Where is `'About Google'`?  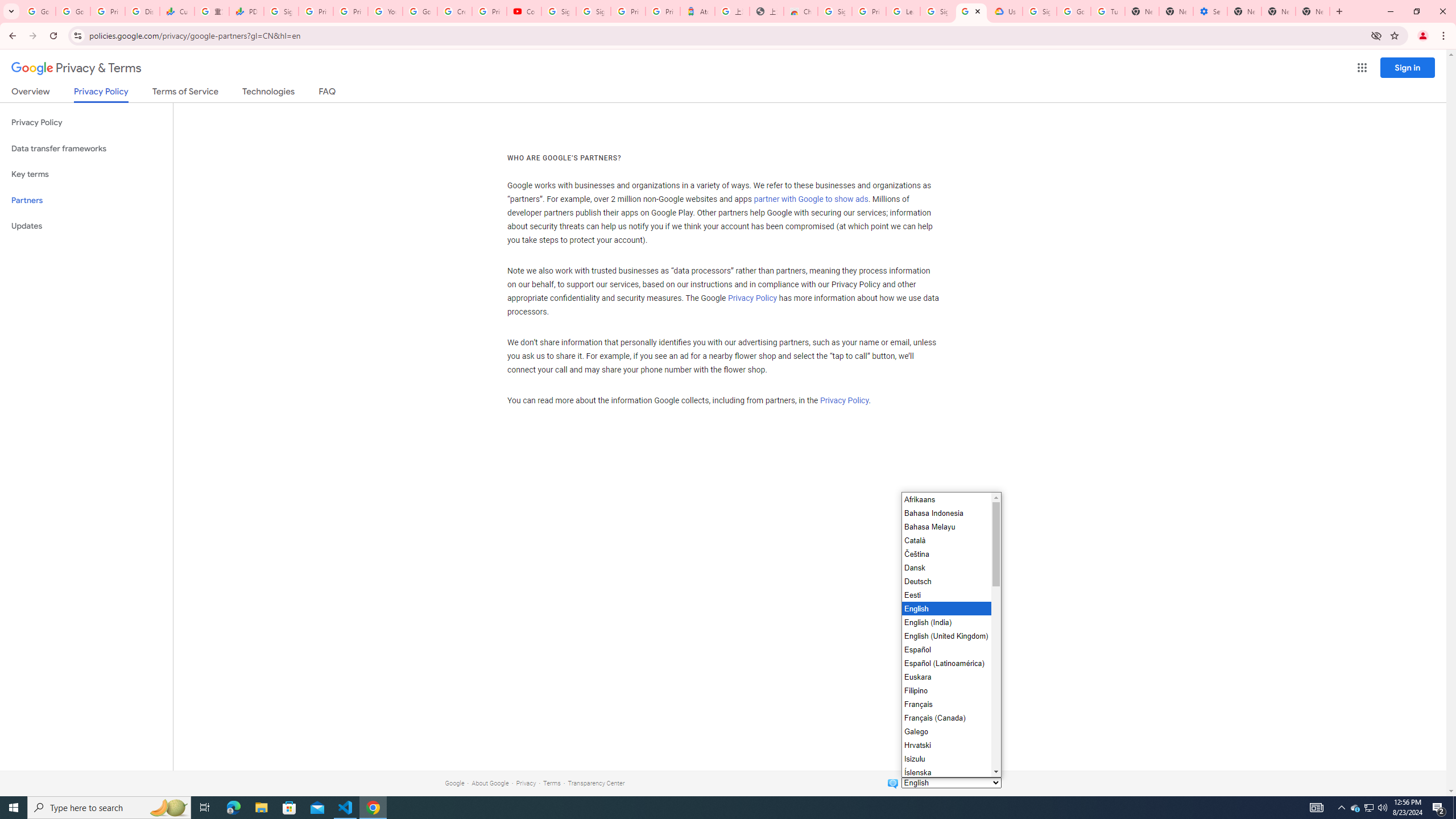 'About Google' is located at coordinates (490, 783).